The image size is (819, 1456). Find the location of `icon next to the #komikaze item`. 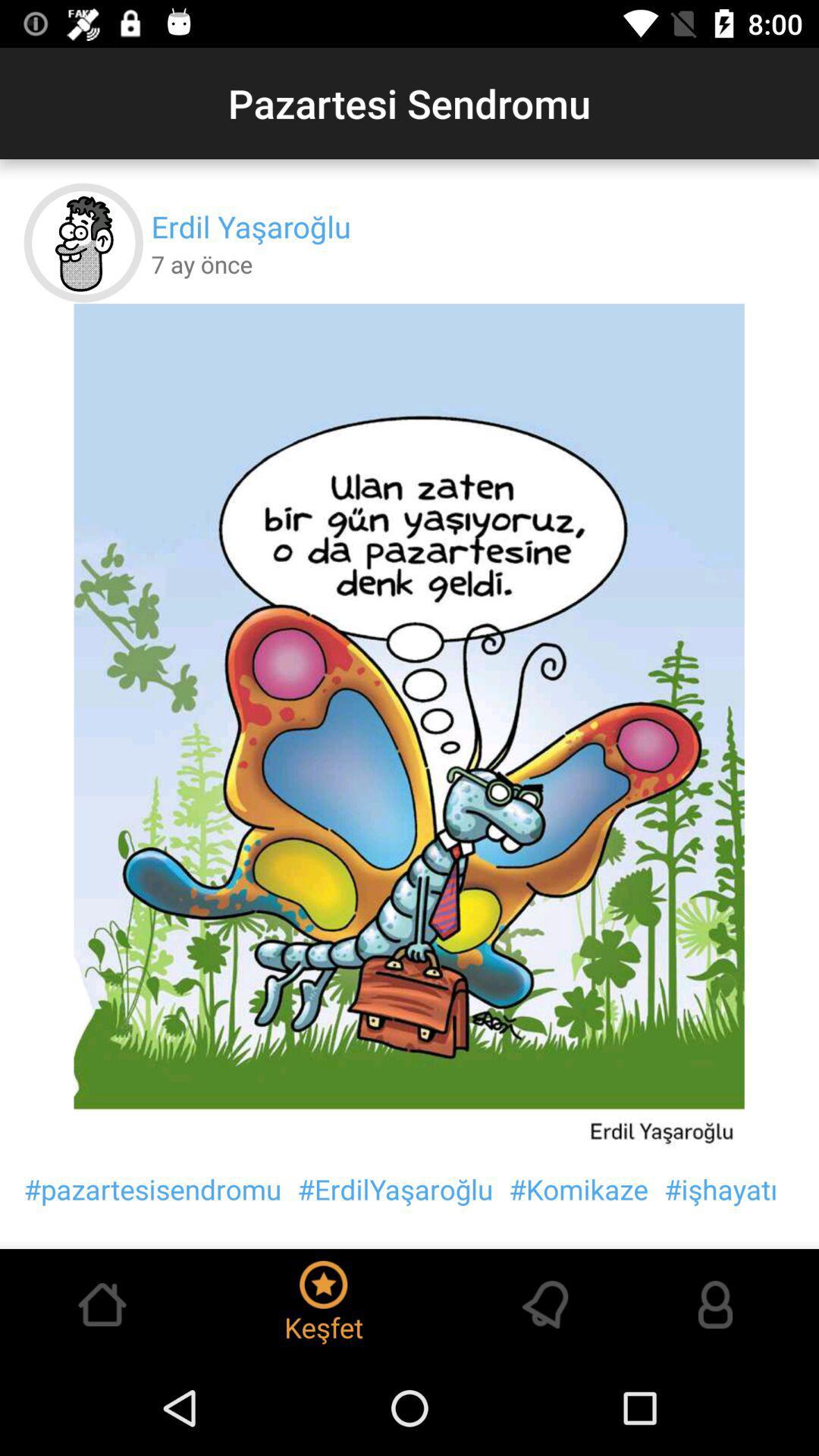

icon next to the #komikaze item is located at coordinates (394, 1188).